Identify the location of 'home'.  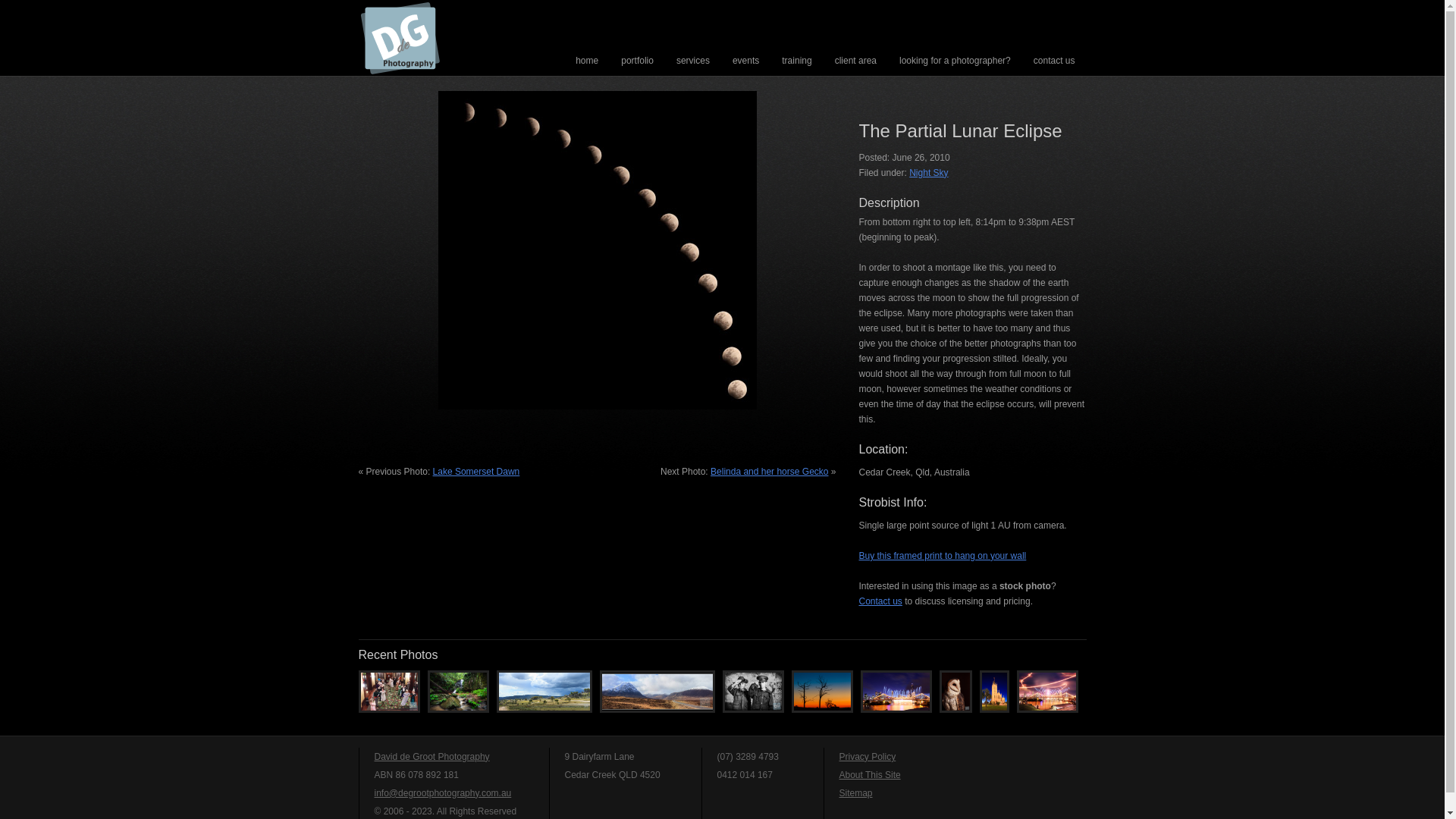
(585, 61).